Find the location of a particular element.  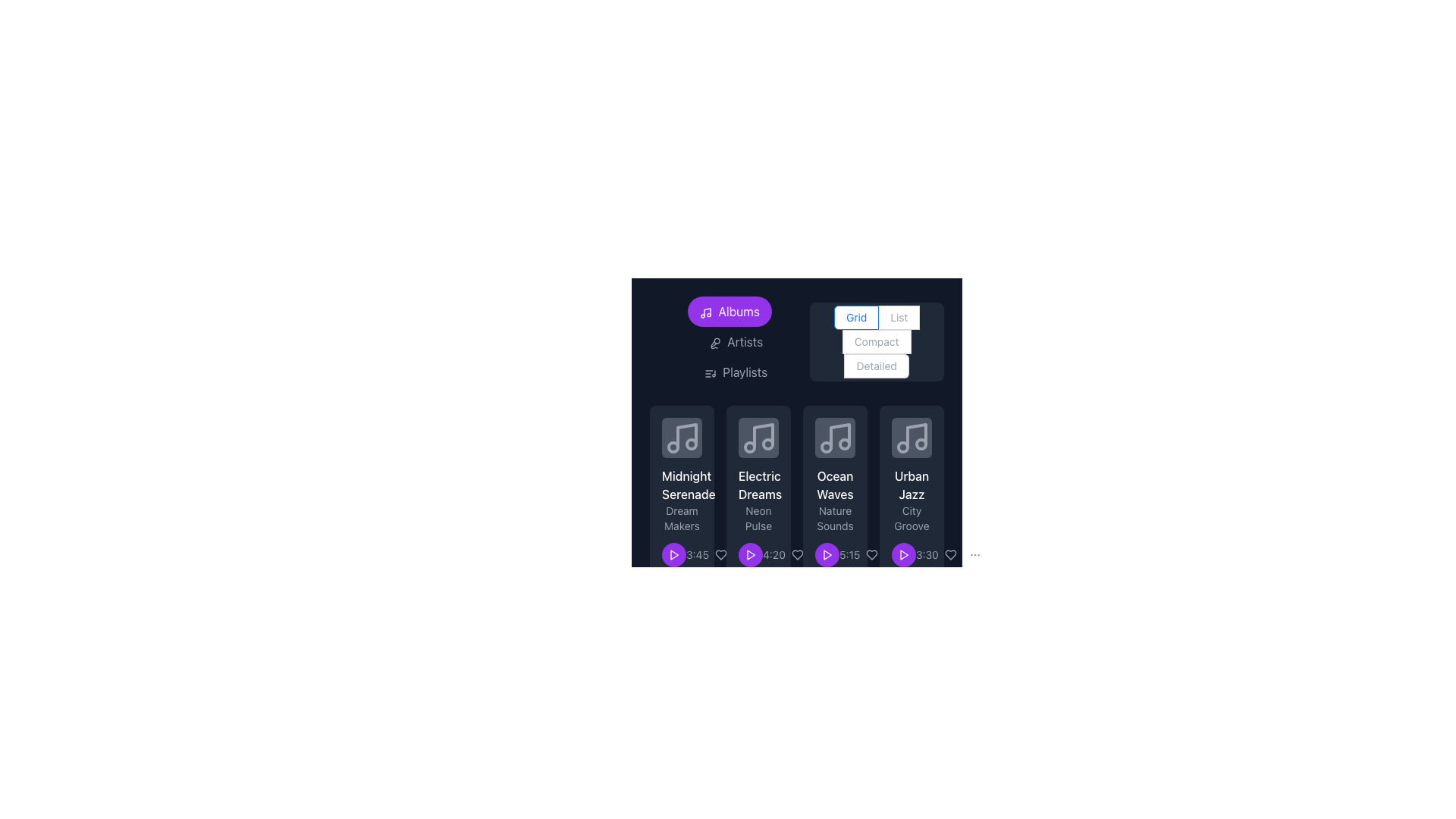

the heart-shaped icon button located below the item 'Urban Jazz' is located at coordinates (949, 555).